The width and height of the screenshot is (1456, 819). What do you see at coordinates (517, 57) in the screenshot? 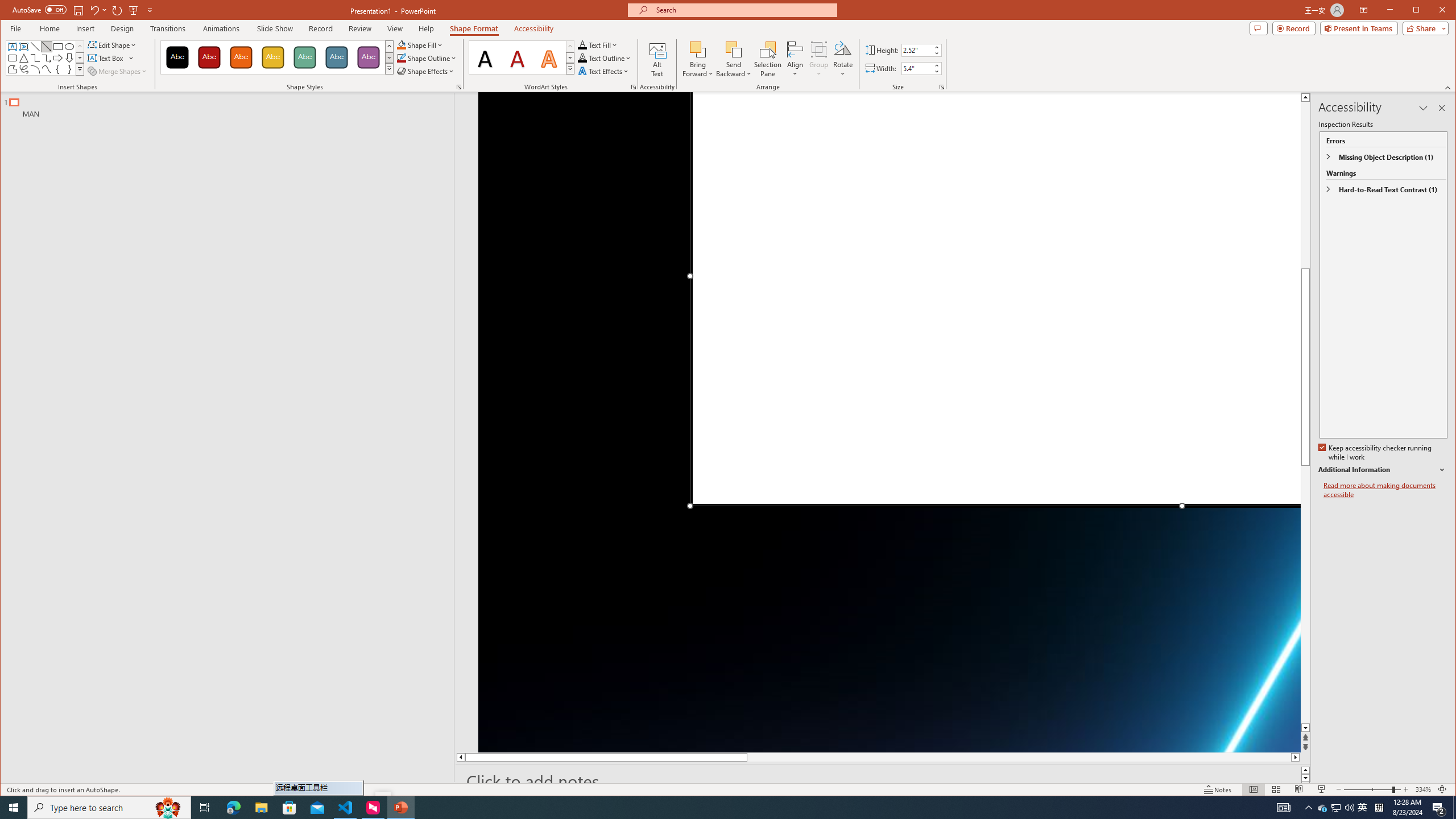
I see `'Fill: Dark Red, Accent color 1; Shadow'` at bounding box center [517, 57].